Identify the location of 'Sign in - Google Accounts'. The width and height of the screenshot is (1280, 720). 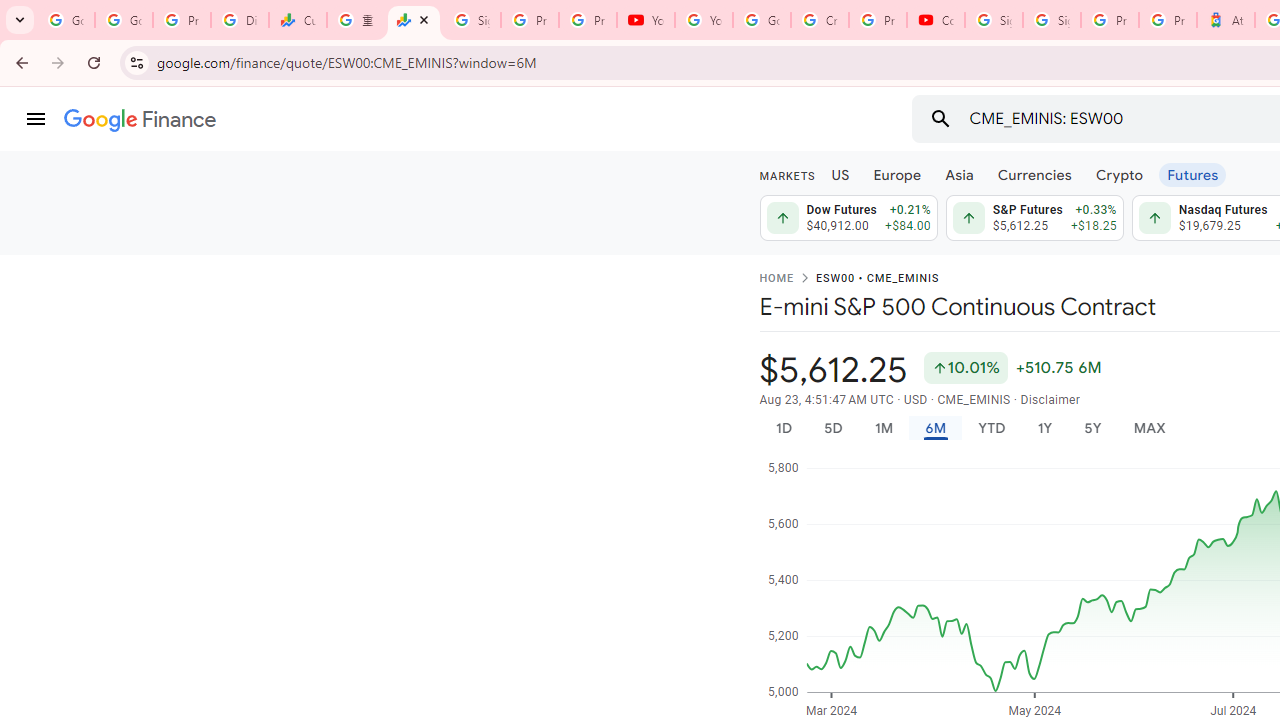
(1051, 20).